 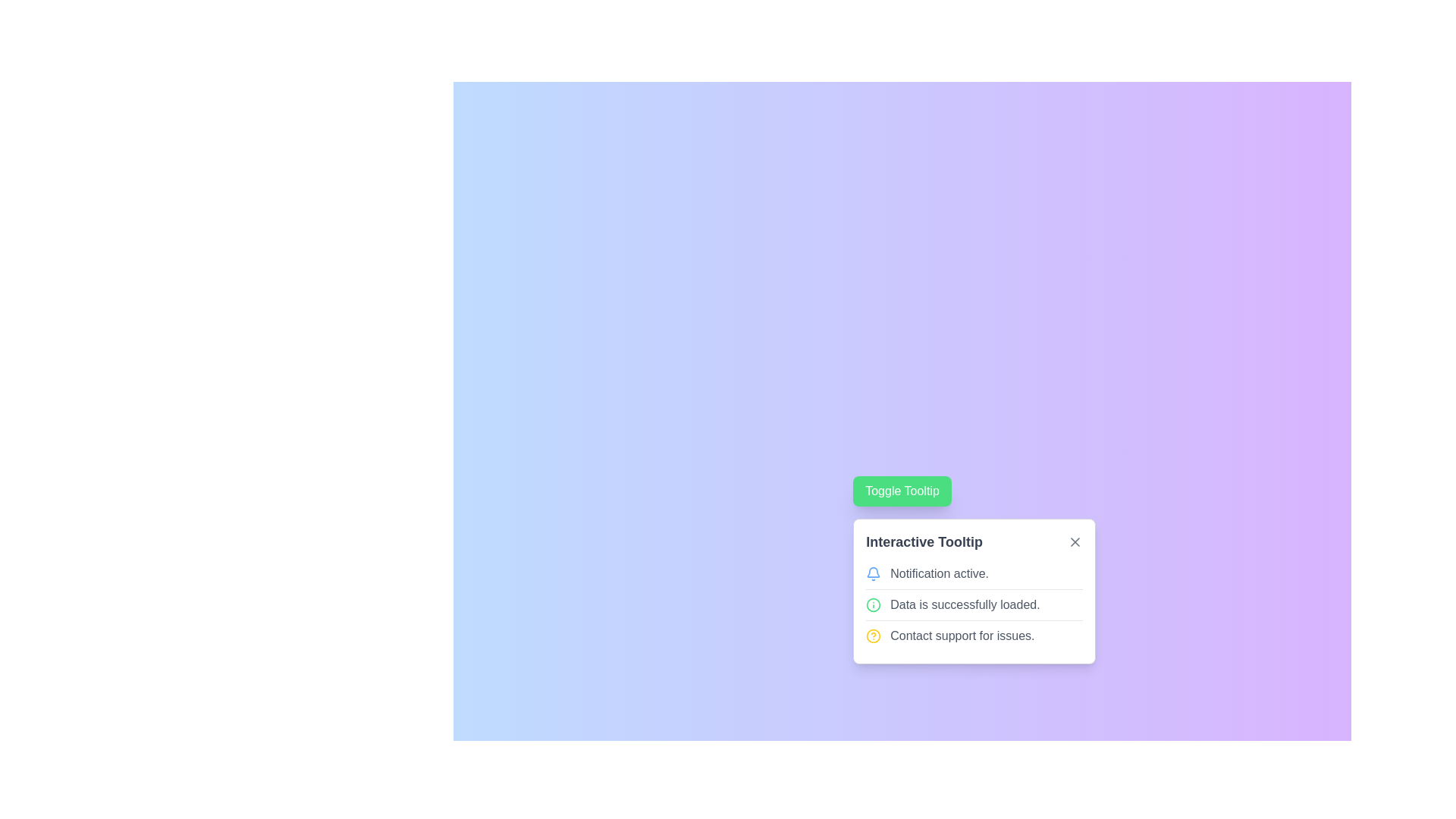 I want to click on the icons in the 'Interactive Tooltip' which is styled with a white background, gray border, and contains the title and list items, so click(x=974, y=590).